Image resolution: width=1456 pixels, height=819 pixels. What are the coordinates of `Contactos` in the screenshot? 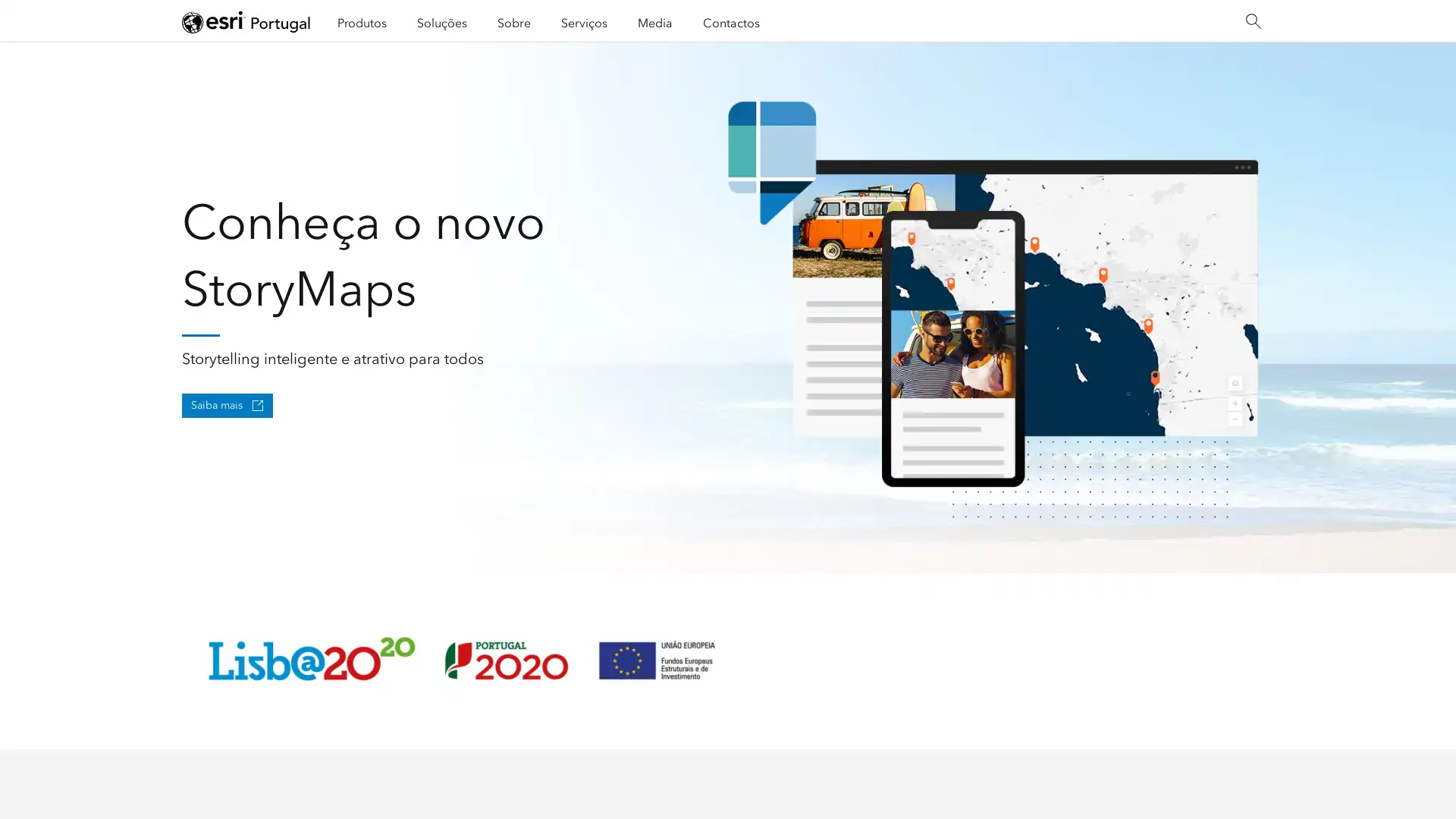 It's located at (731, 20).